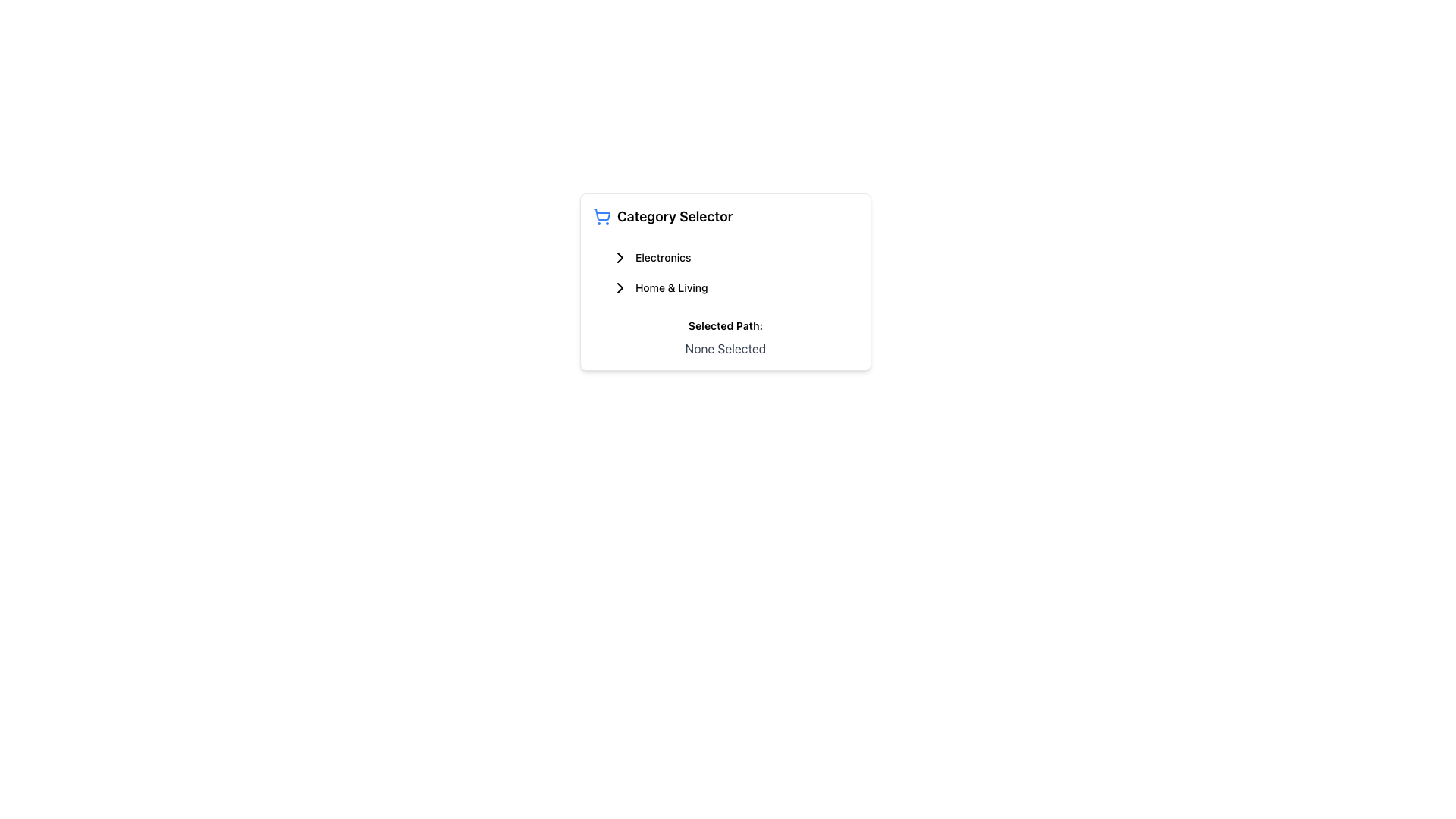  What do you see at coordinates (601, 215) in the screenshot?
I see `the shopping cart icon located in the 'Category Selector' panel, which is positioned at the top-left corner before the text 'Category Selector'` at bounding box center [601, 215].